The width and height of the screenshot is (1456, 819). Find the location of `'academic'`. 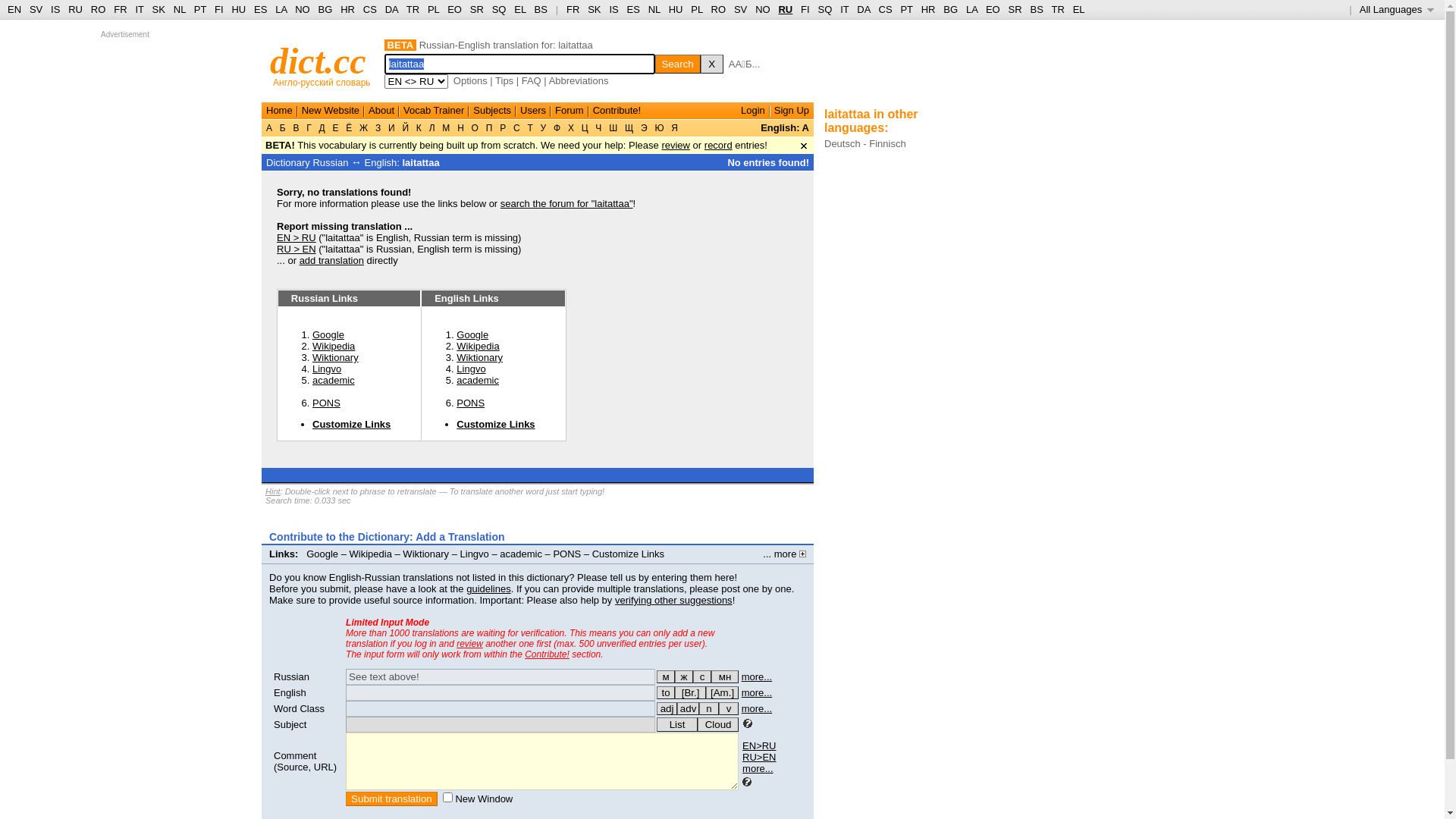

'academic' is located at coordinates (499, 554).